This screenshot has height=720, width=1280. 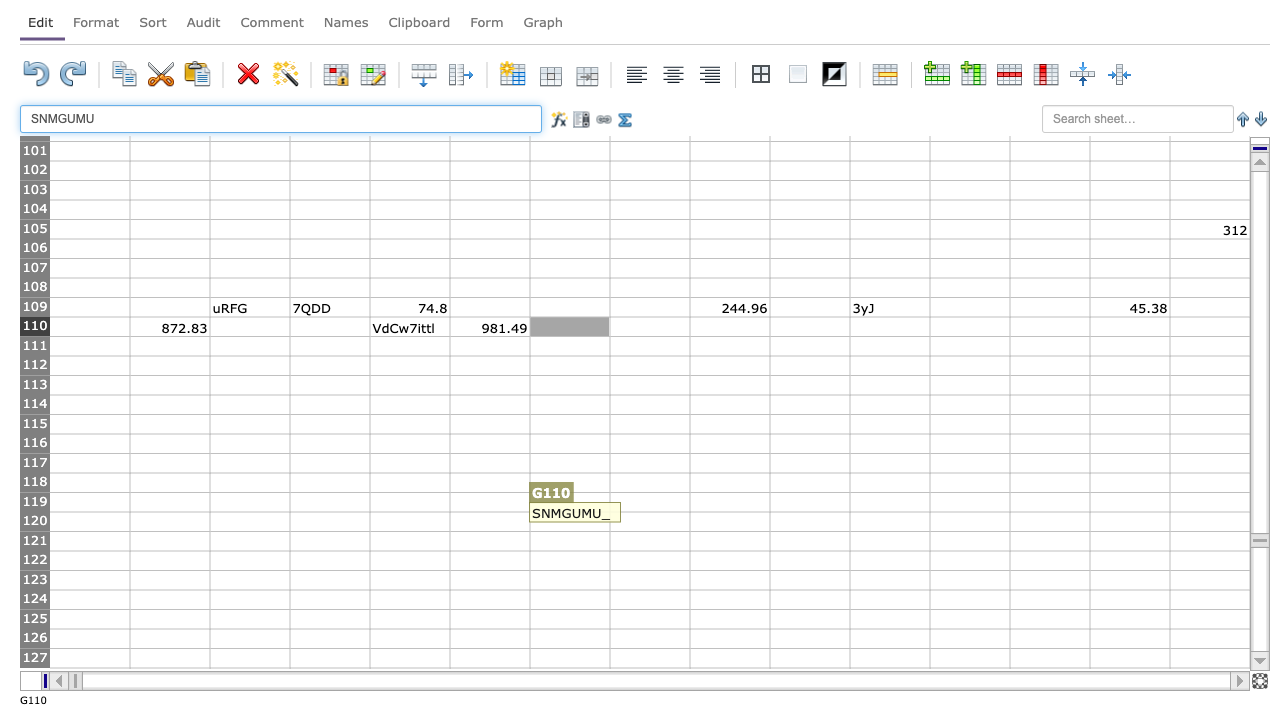 I want to click on cell I120, so click(x=728, y=520).